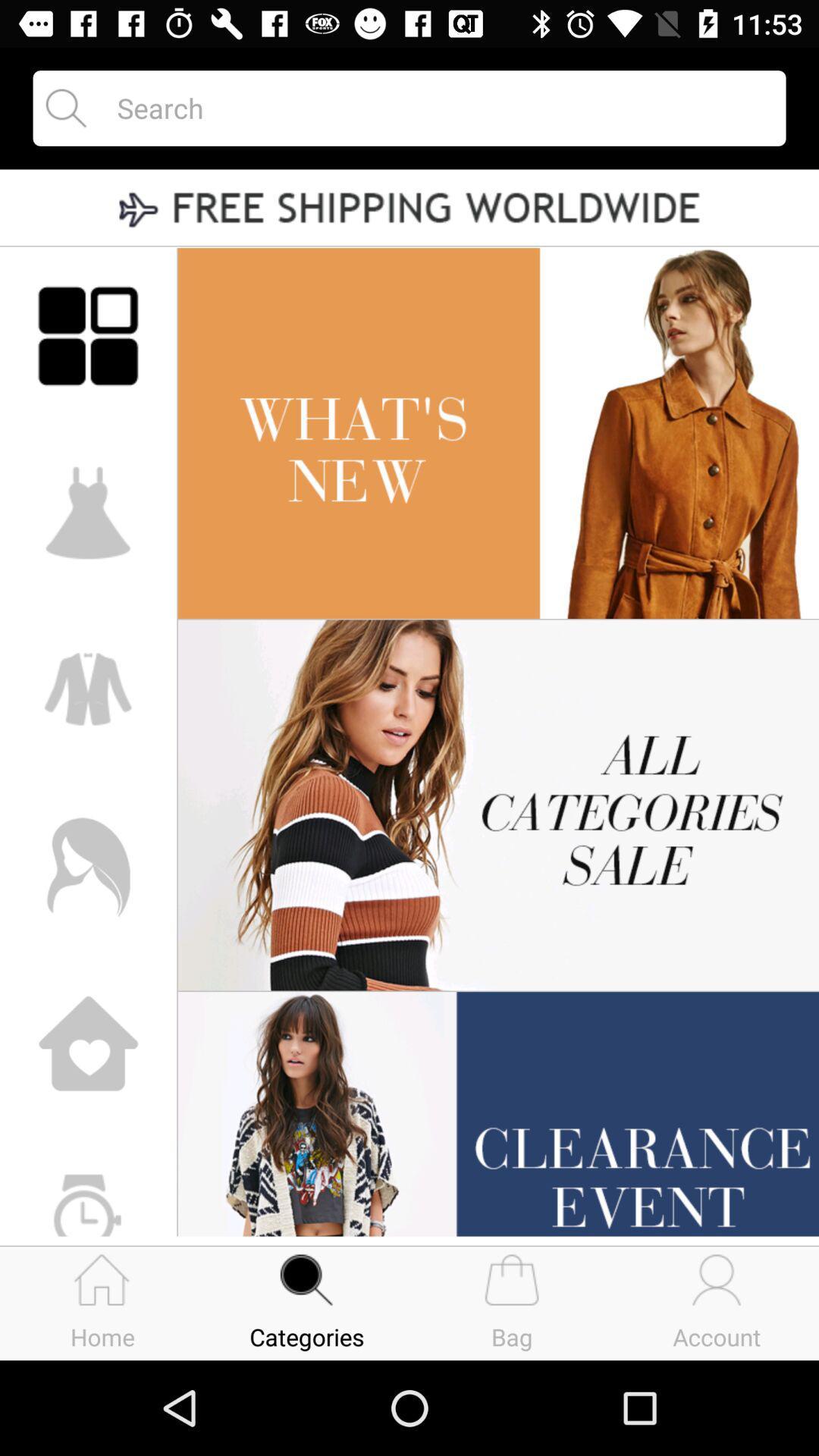 The height and width of the screenshot is (1456, 819). What do you see at coordinates (438, 107) in the screenshot?
I see `open the search field` at bounding box center [438, 107].